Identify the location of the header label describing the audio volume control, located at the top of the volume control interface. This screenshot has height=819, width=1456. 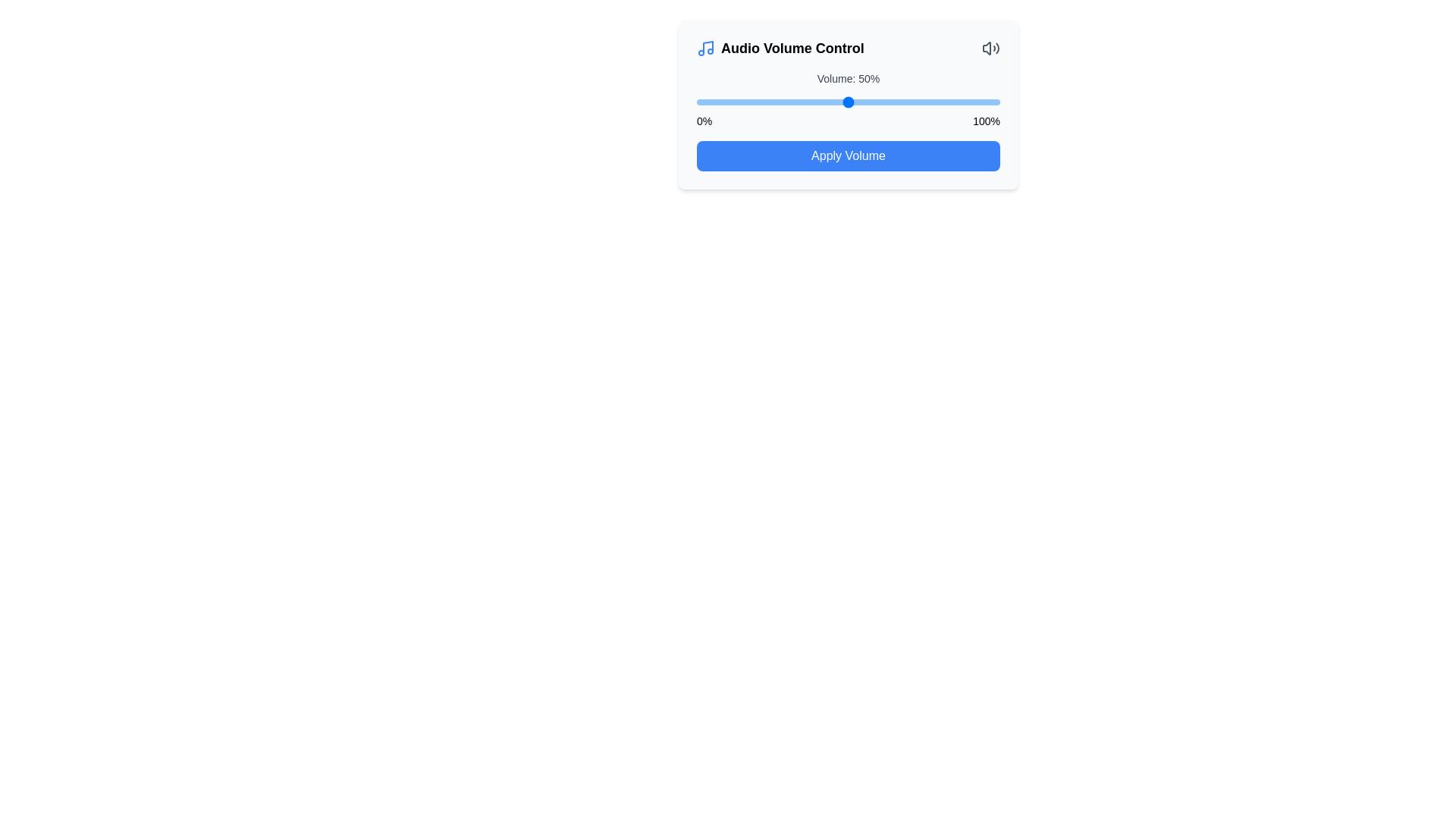
(780, 48).